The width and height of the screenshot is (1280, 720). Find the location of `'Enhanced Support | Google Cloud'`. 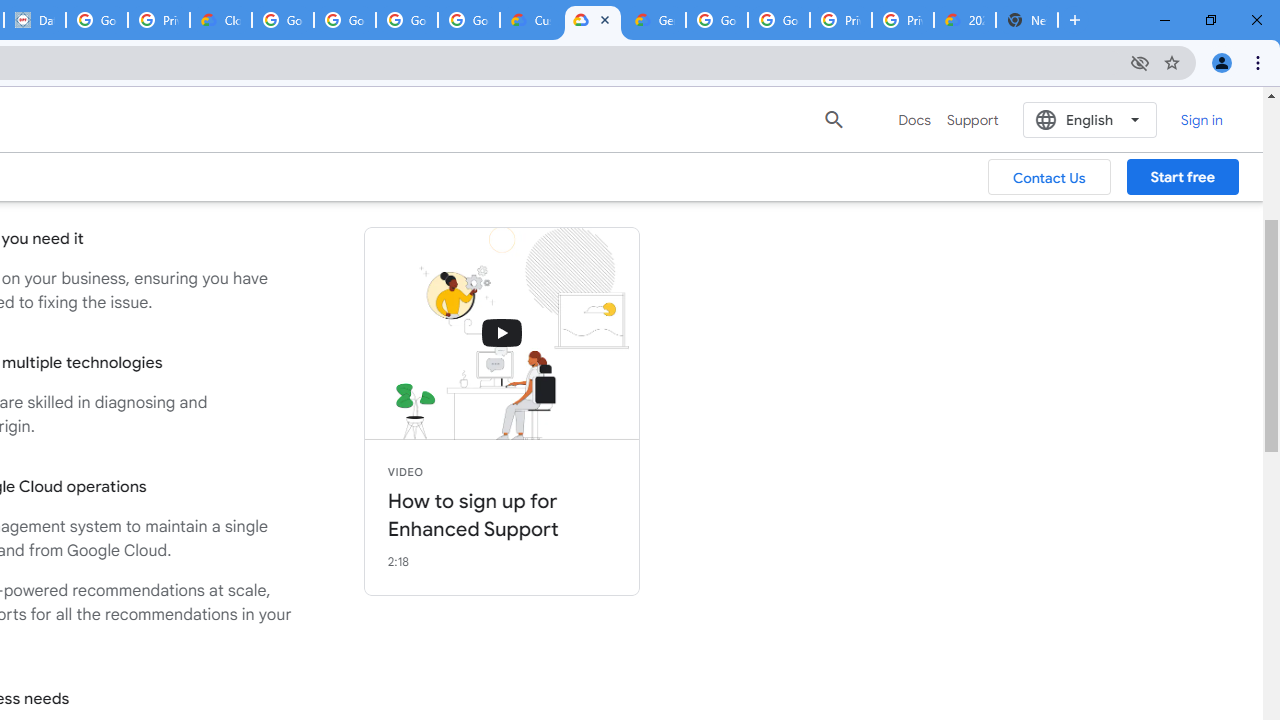

'Enhanced Support | Google Cloud' is located at coordinates (592, 20).